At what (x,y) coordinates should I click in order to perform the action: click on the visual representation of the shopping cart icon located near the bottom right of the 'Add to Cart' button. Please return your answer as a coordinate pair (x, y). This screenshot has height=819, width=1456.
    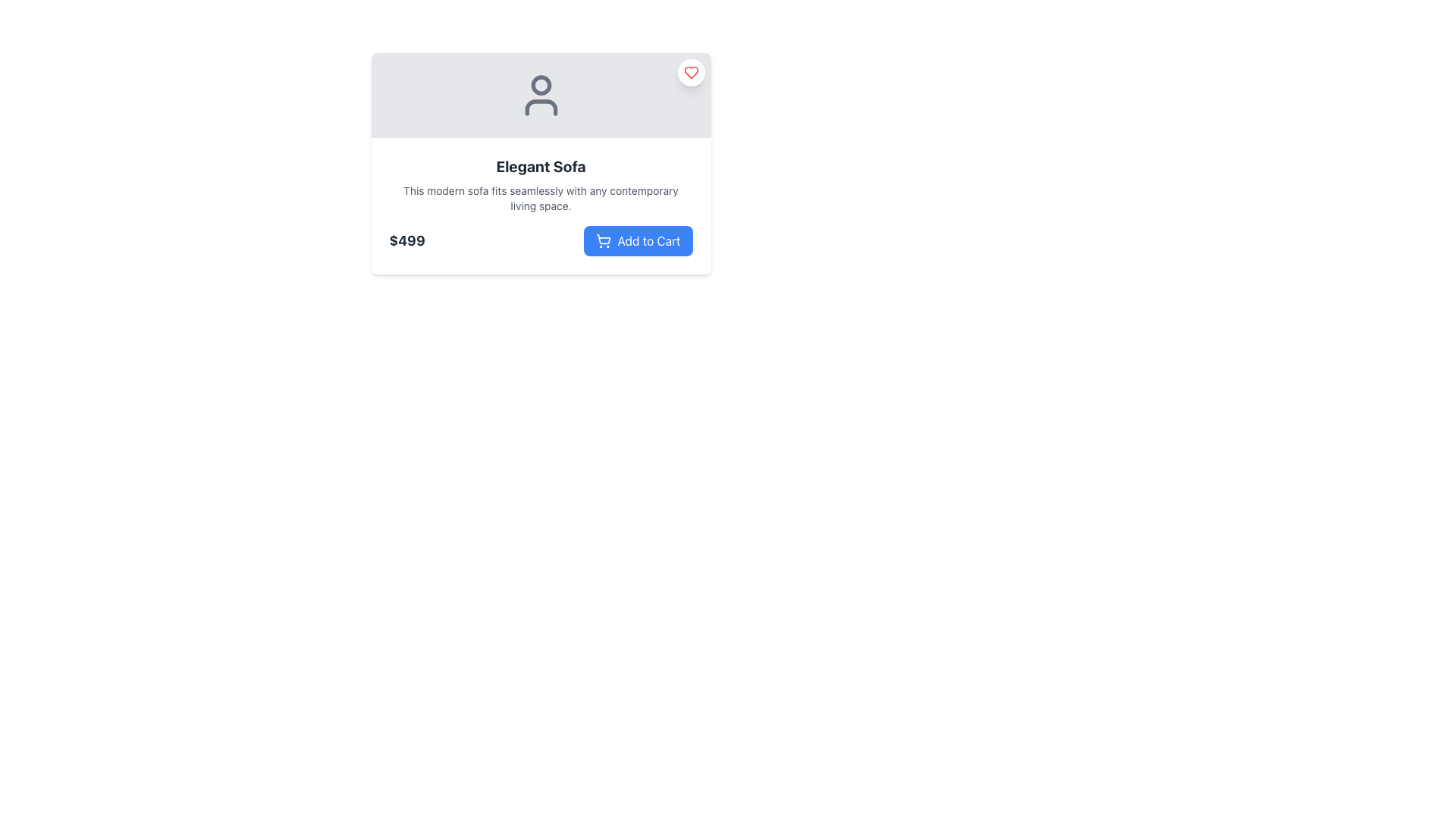
    Looking at the image, I should click on (603, 239).